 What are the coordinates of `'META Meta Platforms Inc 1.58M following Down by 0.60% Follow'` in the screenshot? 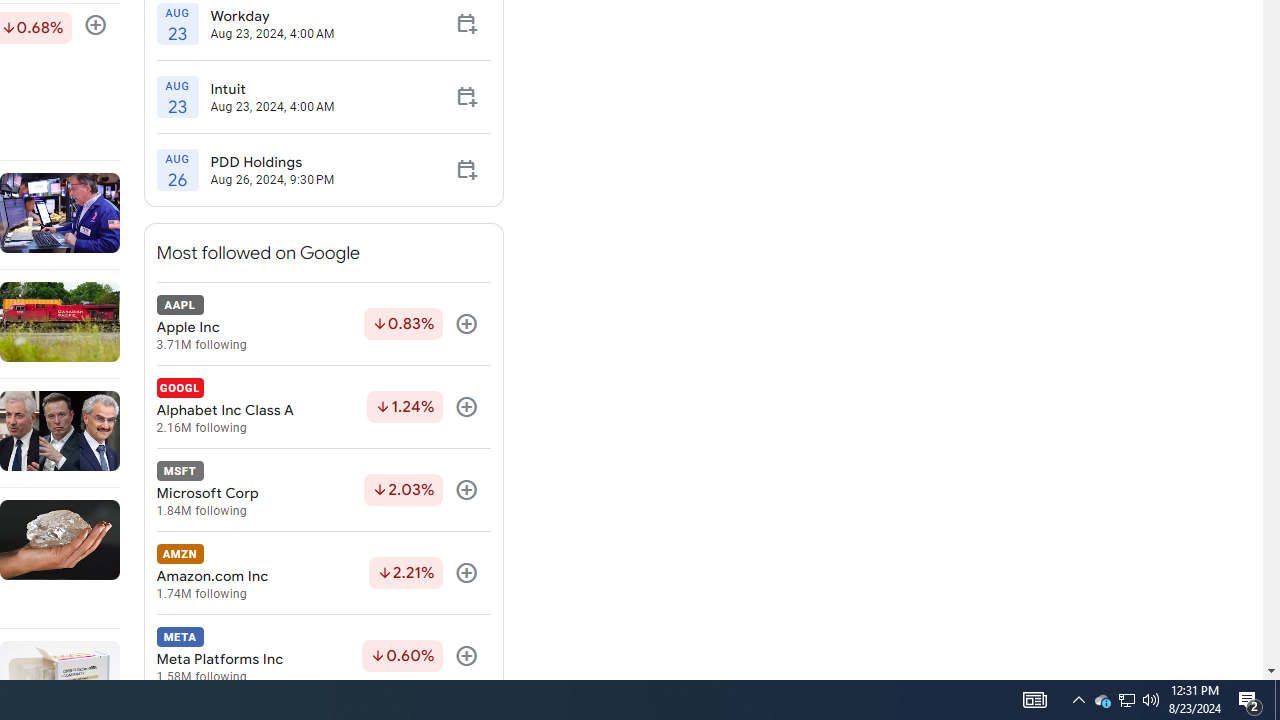 It's located at (323, 656).